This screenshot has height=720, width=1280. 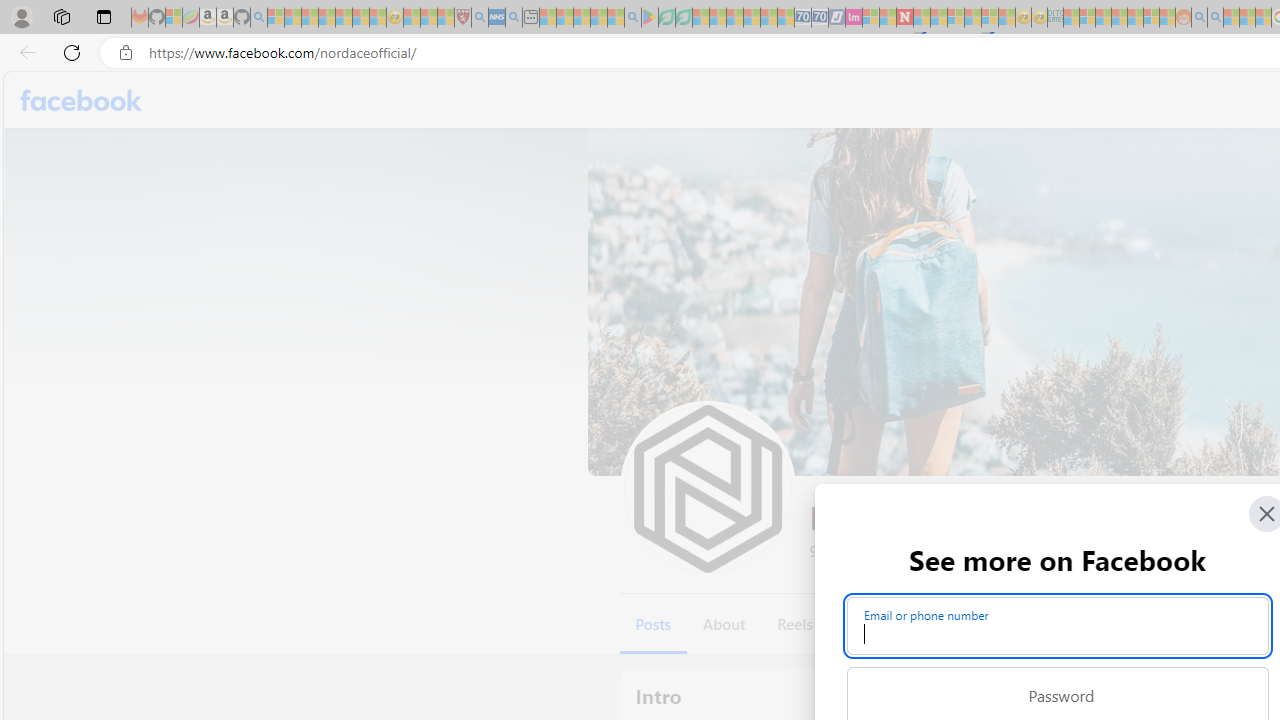 I want to click on 'Email or phone number', so click(x=1056, y=625).